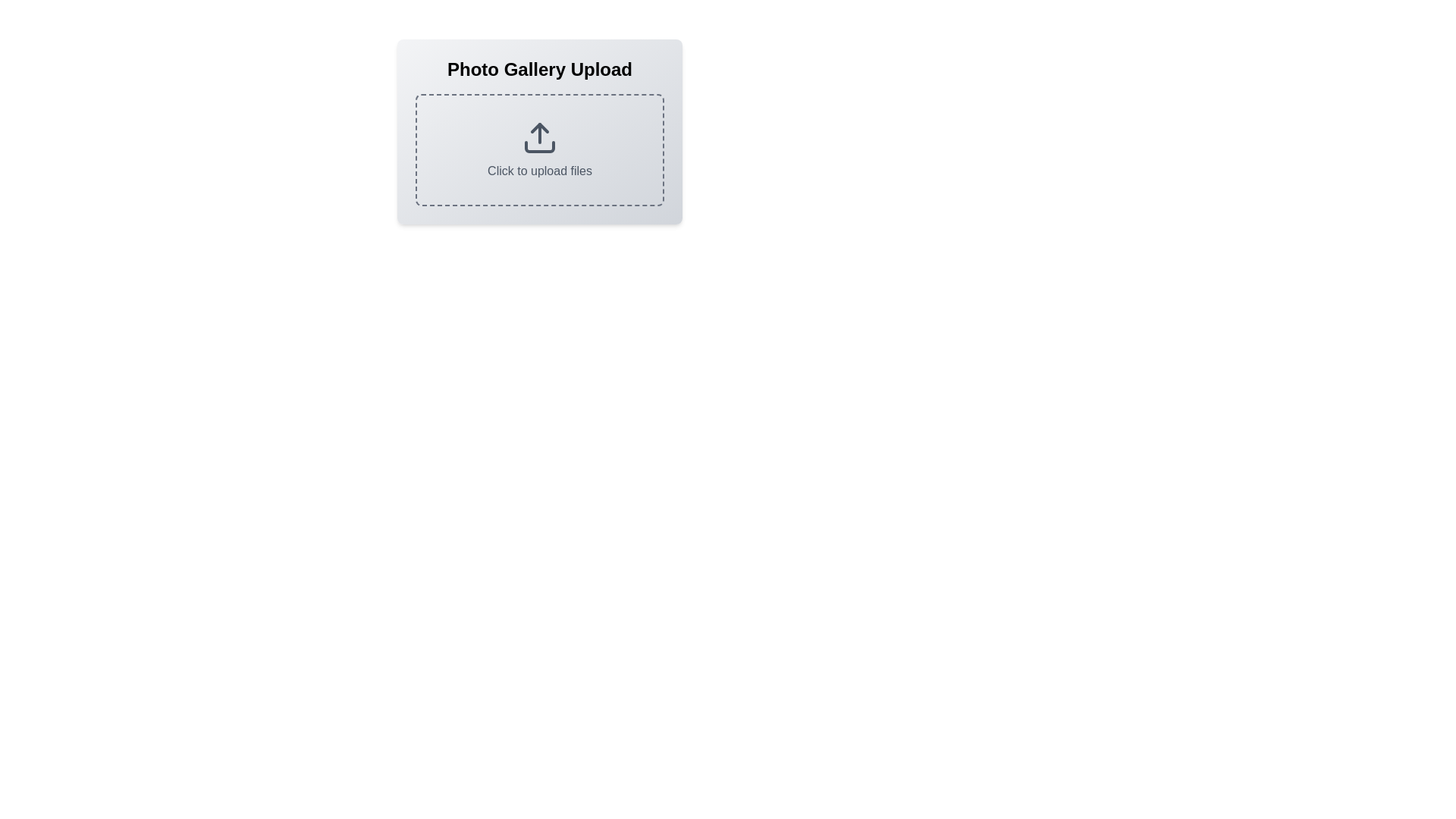 The image size is (1456, 819). I want to click on the File upload area, so click(539, 130).